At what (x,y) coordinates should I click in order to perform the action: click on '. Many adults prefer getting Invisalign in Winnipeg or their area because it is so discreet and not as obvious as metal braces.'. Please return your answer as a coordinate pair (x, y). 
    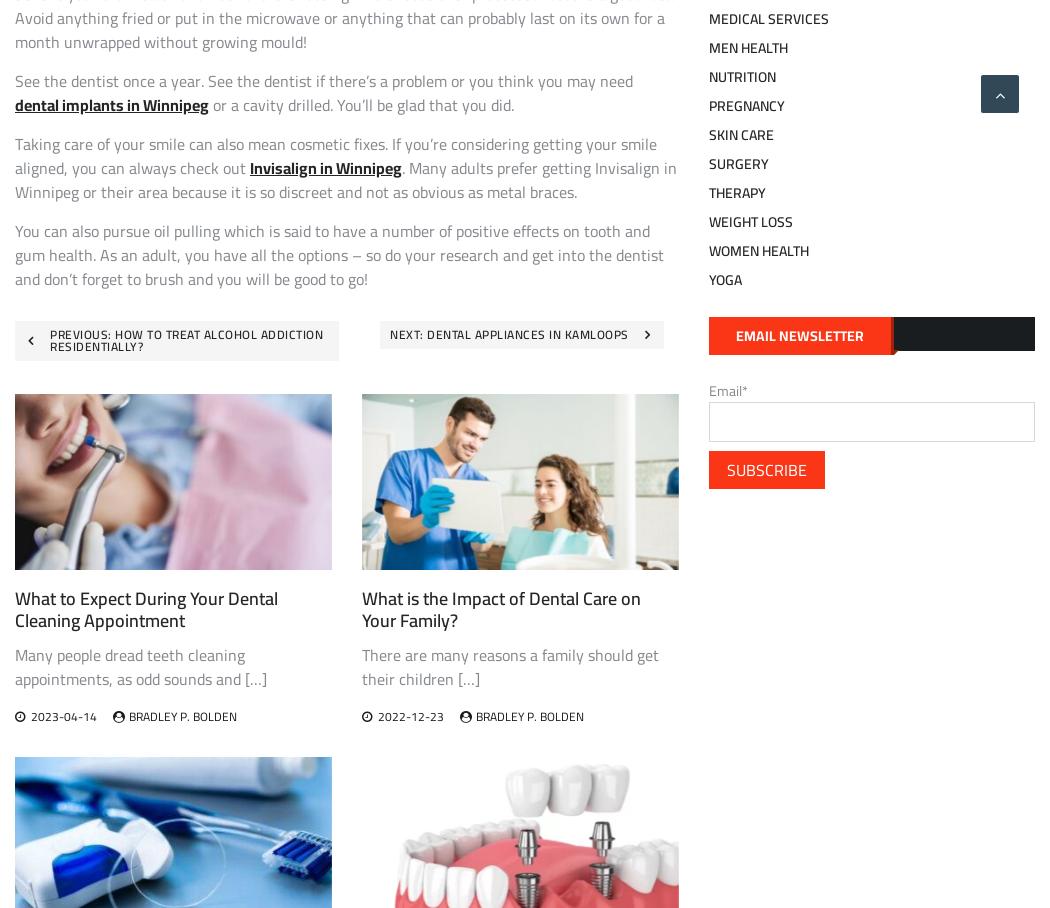
    Looking at the image, I should click on (344, 178).